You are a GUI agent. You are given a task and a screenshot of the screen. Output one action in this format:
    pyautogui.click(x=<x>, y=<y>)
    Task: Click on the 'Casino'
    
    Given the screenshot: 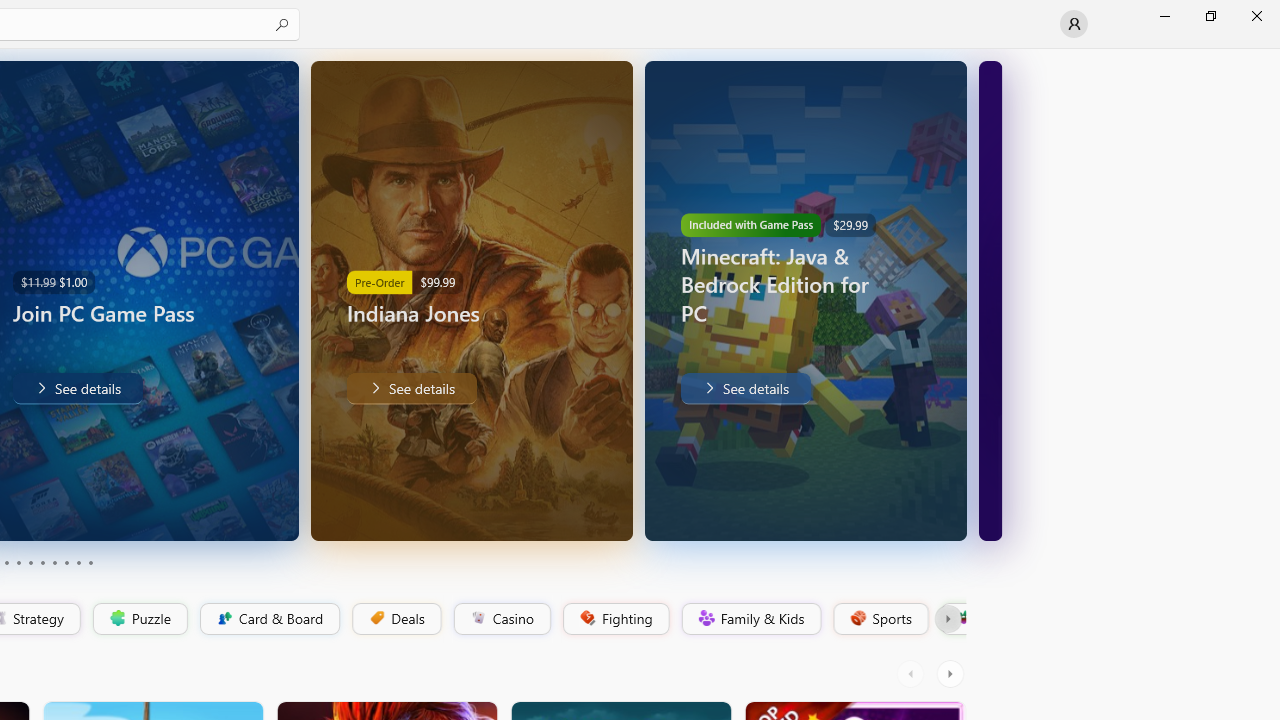 What is the action you would take?
    pyautogui.click(x=501, y=618)
    